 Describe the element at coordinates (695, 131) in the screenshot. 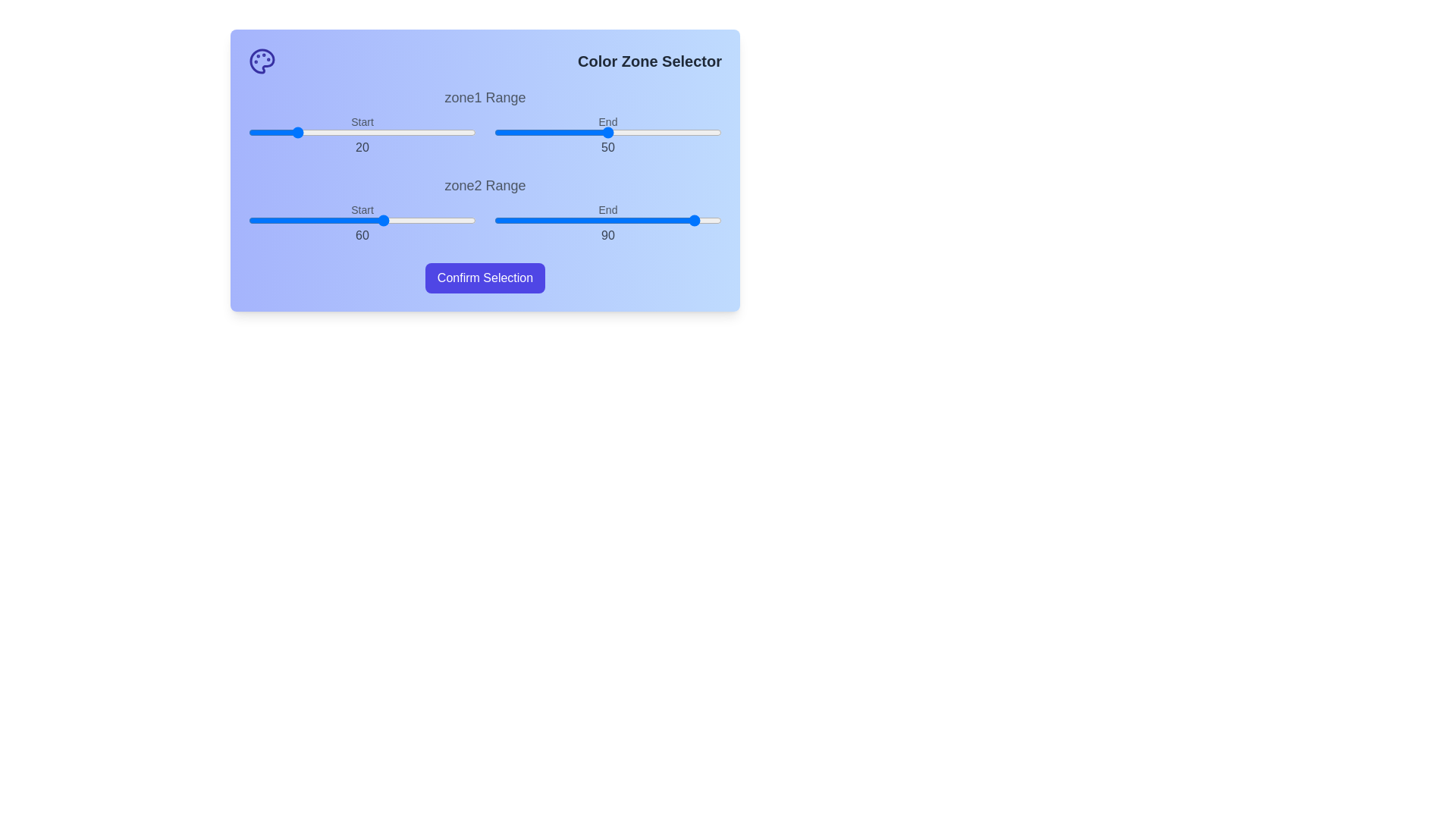

I see `the end range slider for zone1 to 89` at that location.